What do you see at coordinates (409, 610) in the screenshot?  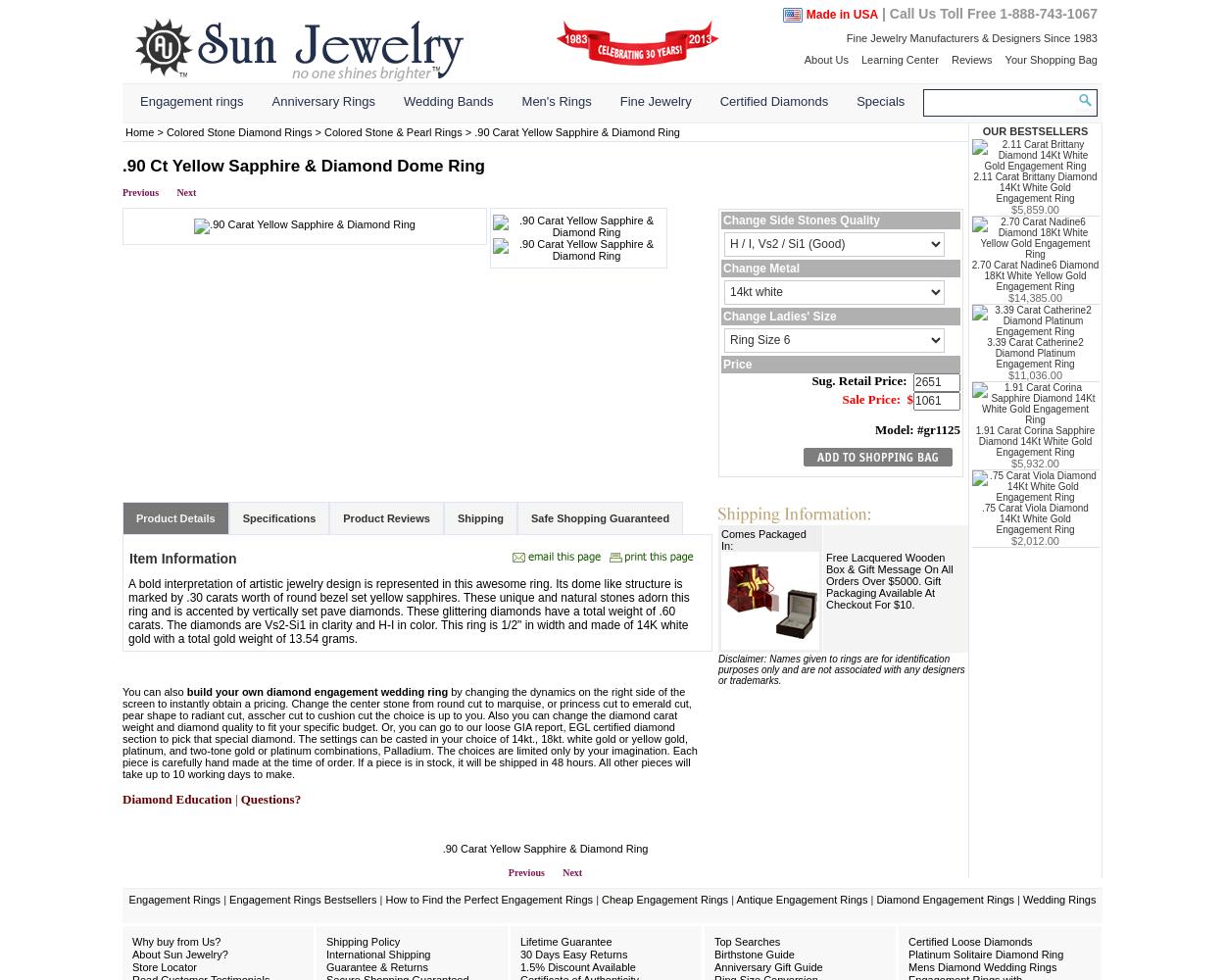 I see `'A bold interpretation of artistic jewelry design is represented in this awesome ring. Its dome like structure is marked by .30 carats worth of round bezel set yellow sapphires. These unique and natural stones adorn this ring and is accented by vertically set pave diamonds. These glittering diamonds have a total weight of .60 carats. The diamonds are Vs2-Si1 in clarity and H-I in color. This ring is 1/2" in width and made of 14K white gold with a total gold weight of 13.54 grams.'` at bounding box center [409, 610].